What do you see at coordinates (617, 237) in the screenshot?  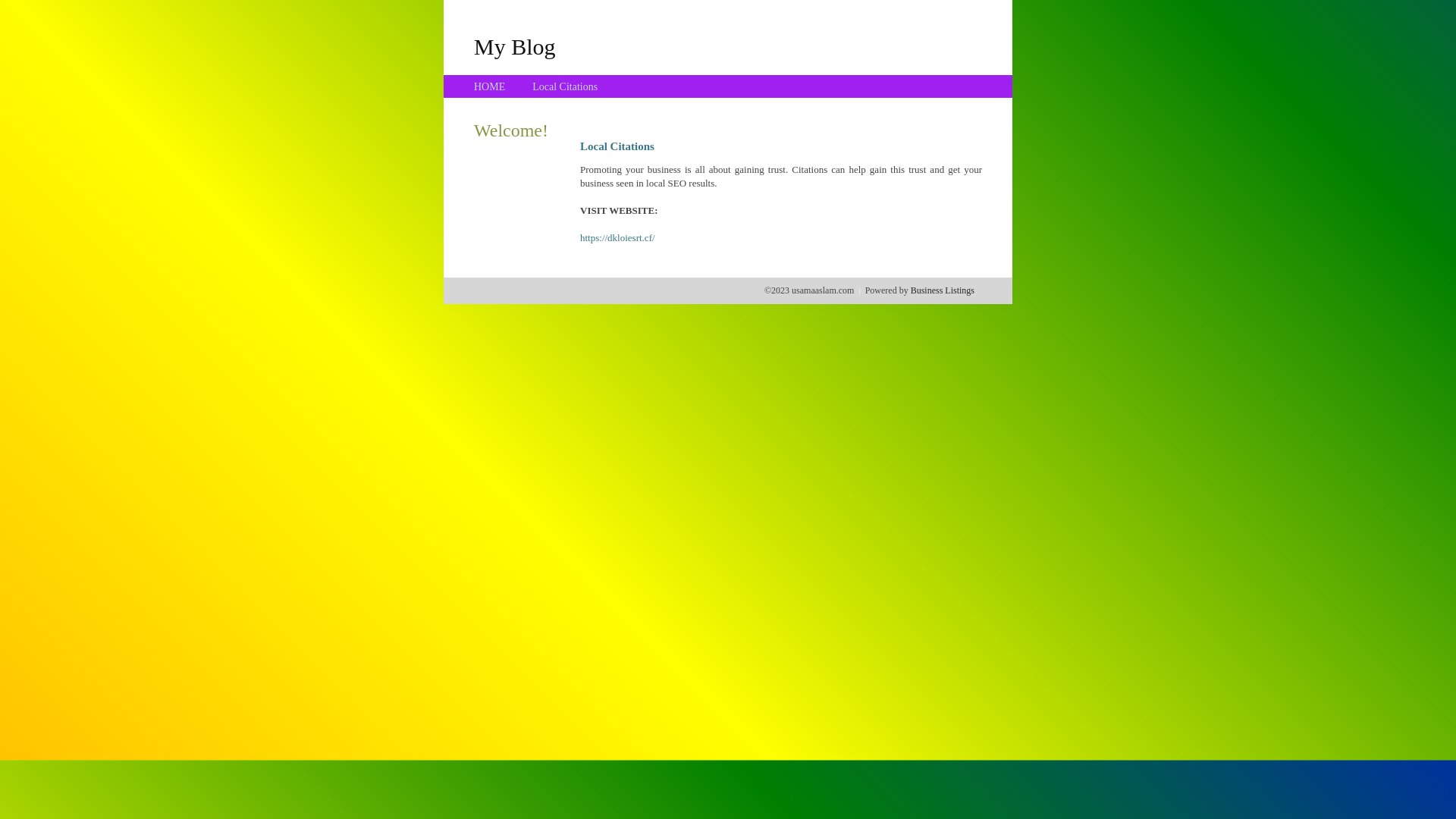 I see `'https://dkloiesrt.cf/'` at bounding box center [617, 237].